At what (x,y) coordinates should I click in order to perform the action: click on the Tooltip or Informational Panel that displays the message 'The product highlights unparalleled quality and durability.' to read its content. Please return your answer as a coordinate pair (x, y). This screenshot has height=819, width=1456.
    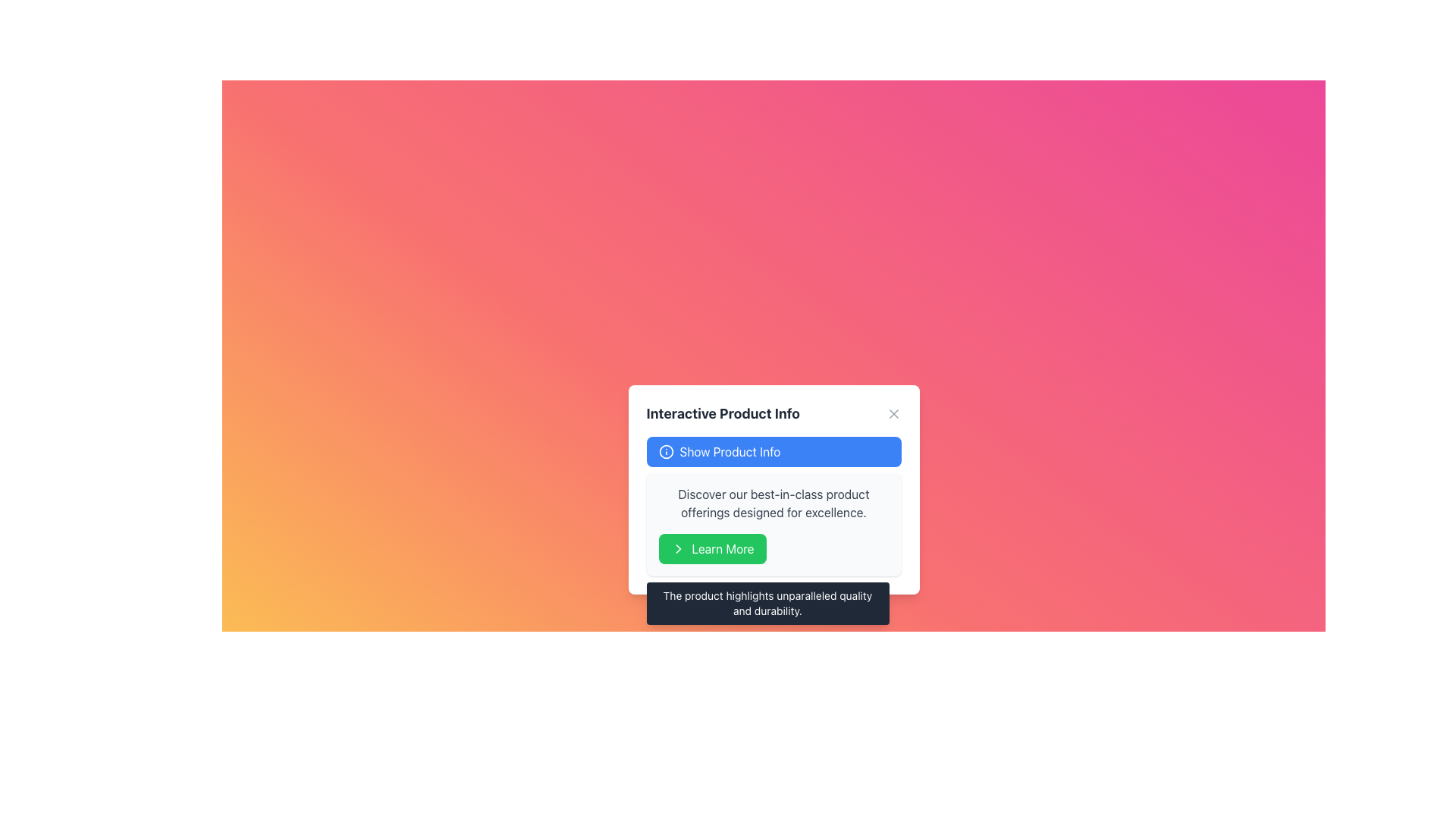
    Looking at the image, I should click on (767, 602).